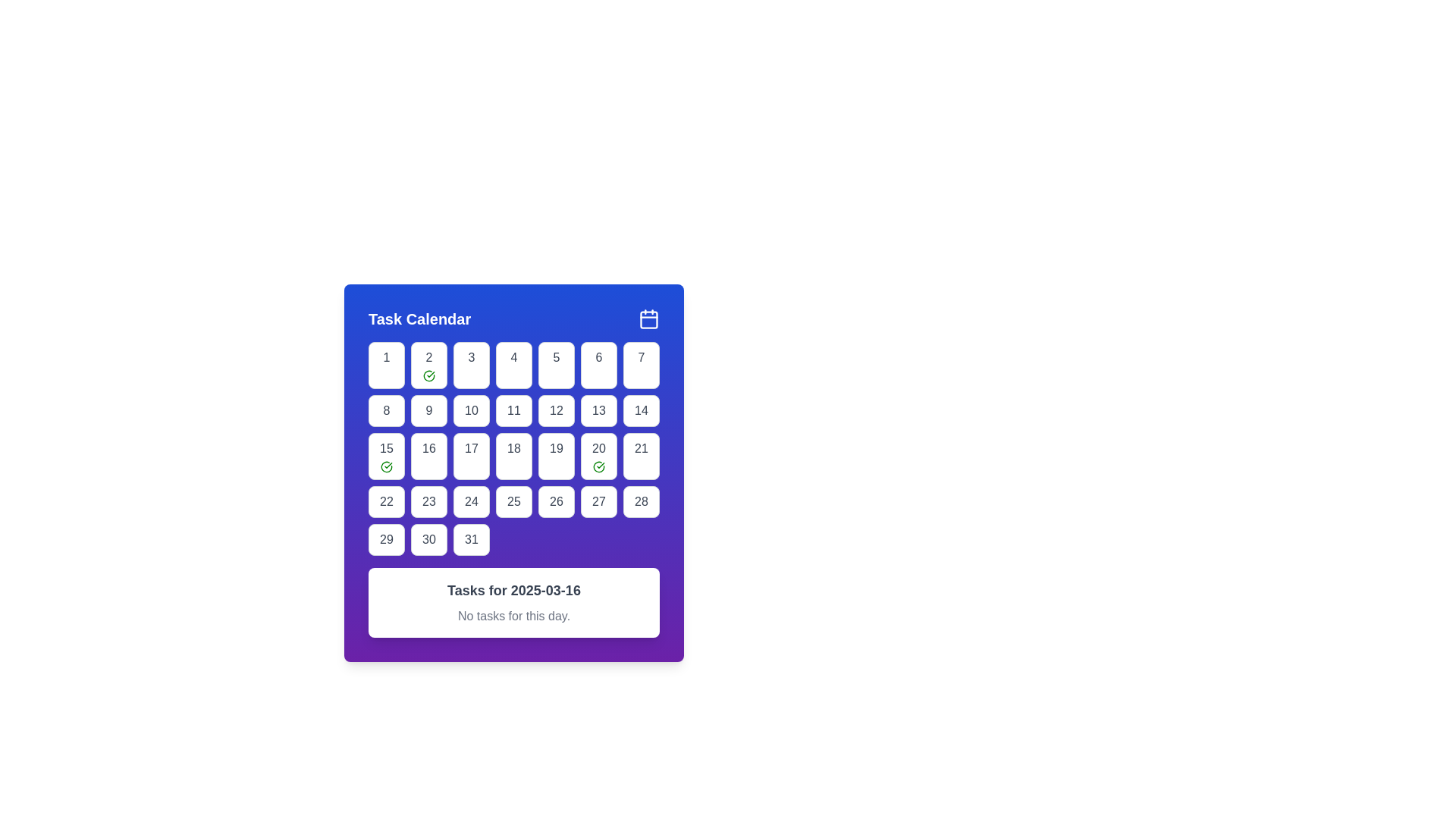 The image size is (1456, 819). Describe the element at coordinates (513, 617) in the screenshot. I see `informational label indicating that there are no scheduled tasks for the selected day, located below the heading 'Tasks for 2025-03-16' in the task calendar section` at that location.